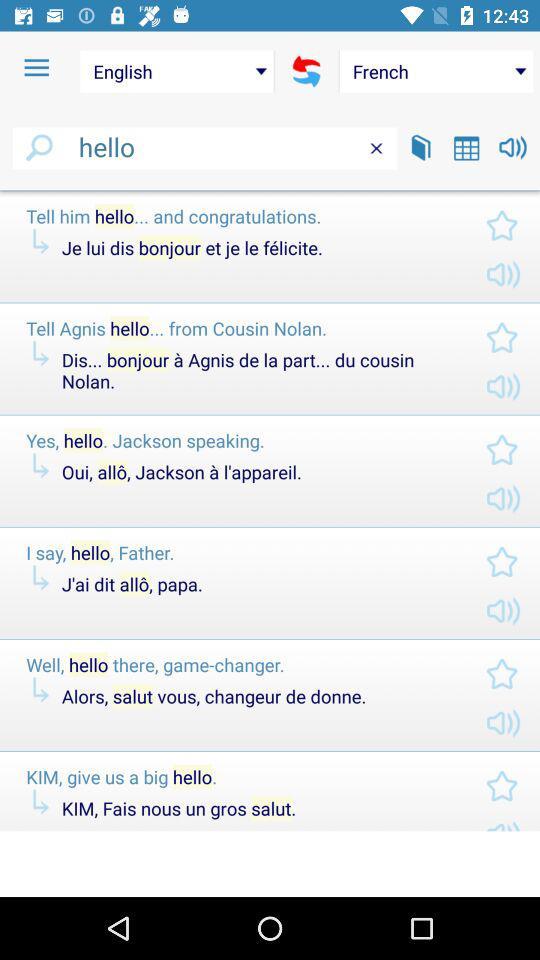  Describe the element at coordinates (306, 71) in the screenshot. I see `the item to the right of the english item` at that location.